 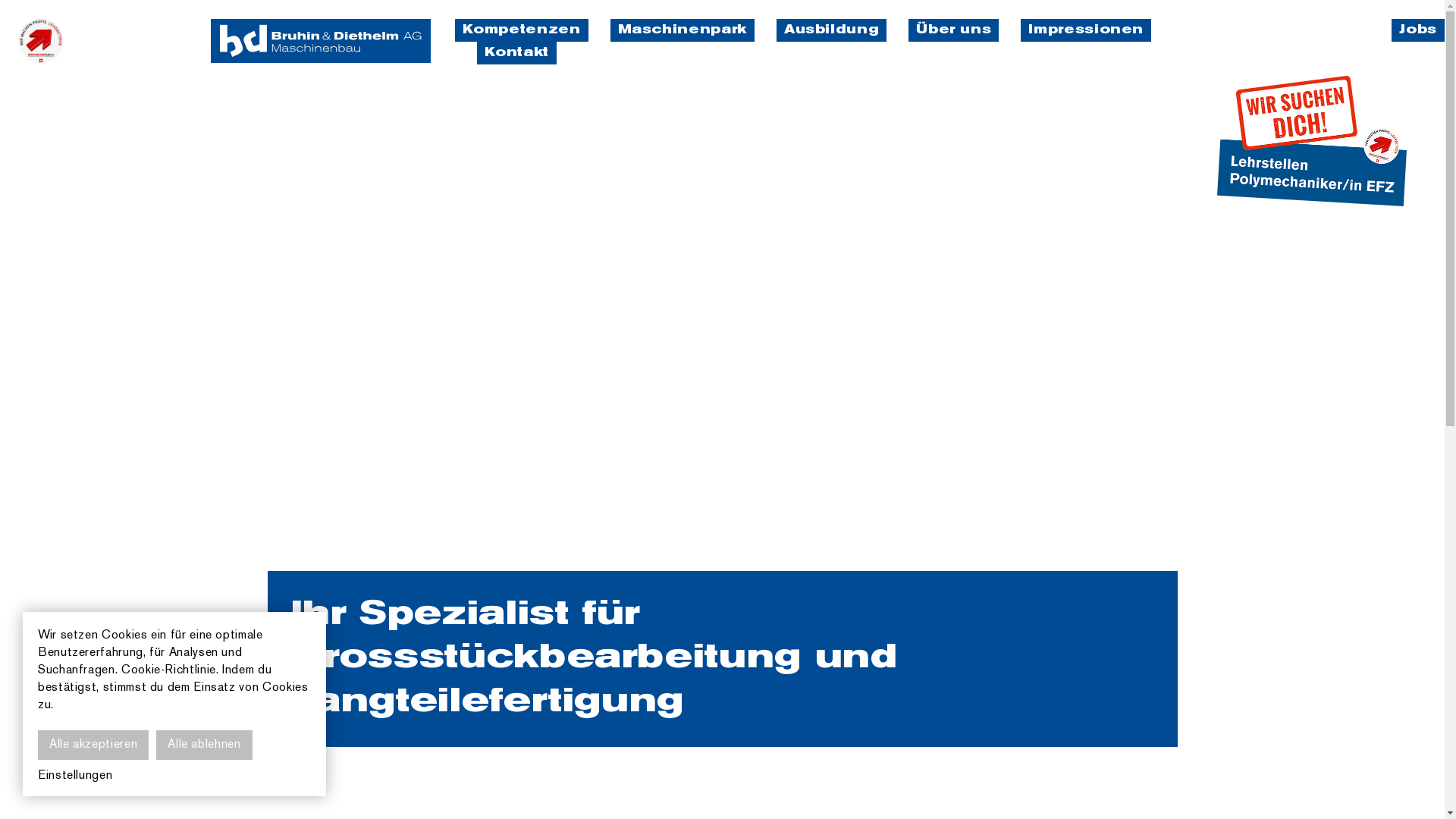 I want to click on 'Maschinenpark', so click(x=682, y=30).